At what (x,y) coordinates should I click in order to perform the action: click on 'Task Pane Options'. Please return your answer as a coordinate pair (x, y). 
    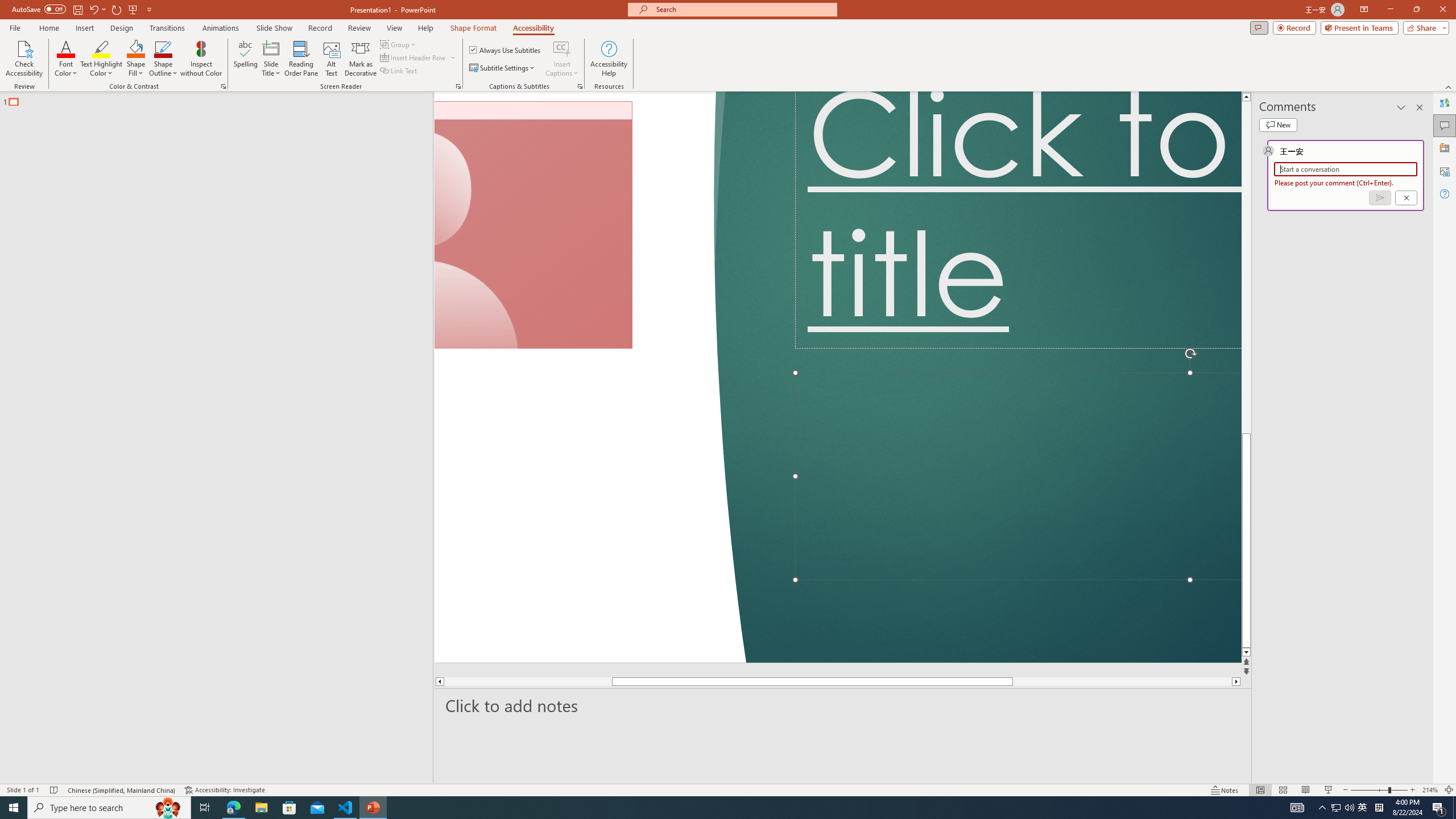
    Looking at the image, I should click on (1401, 107).